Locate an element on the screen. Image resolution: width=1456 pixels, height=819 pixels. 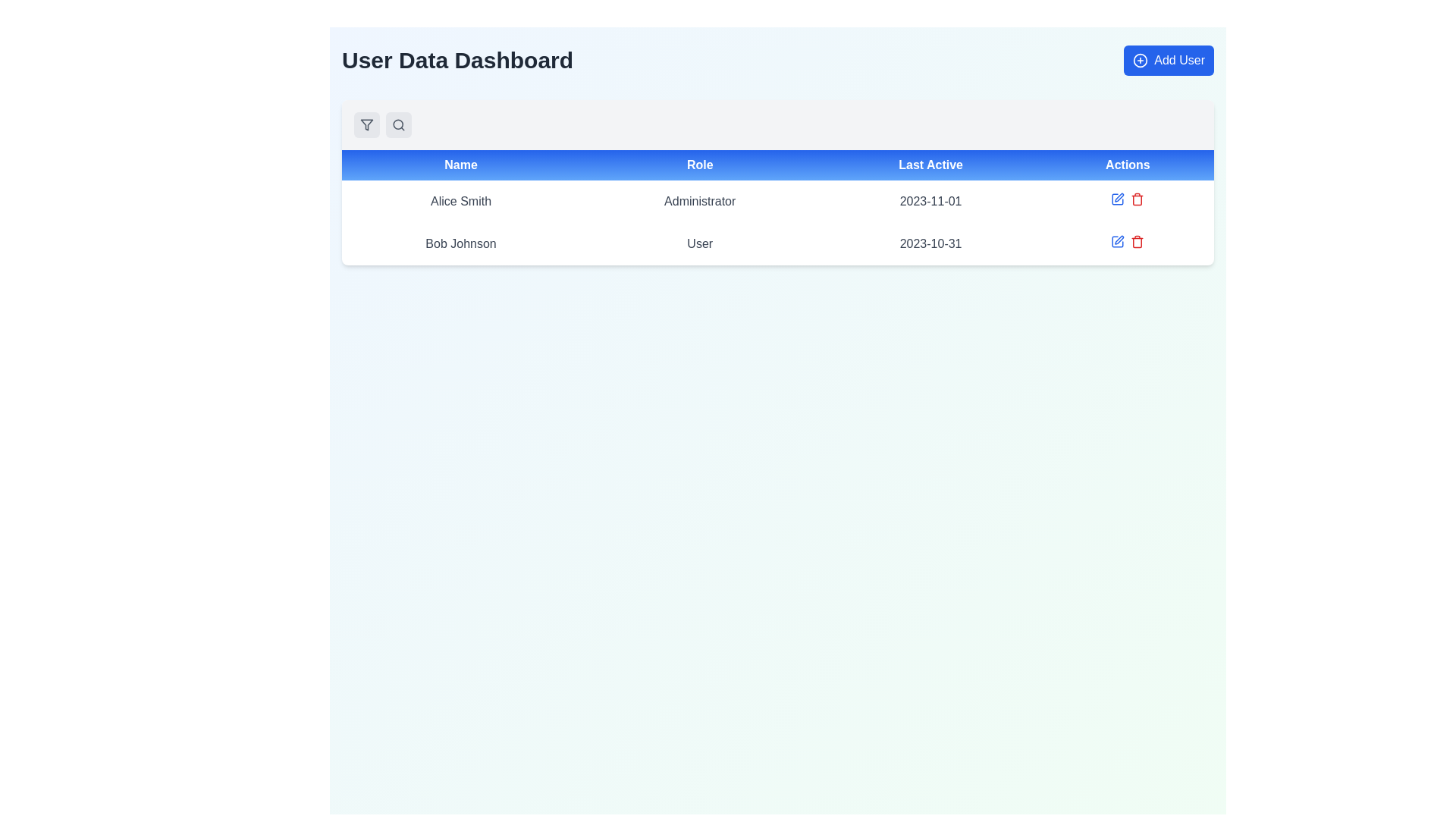
the search icon located in the upper left corner of the dashboard is located at coordinates (399, 124).